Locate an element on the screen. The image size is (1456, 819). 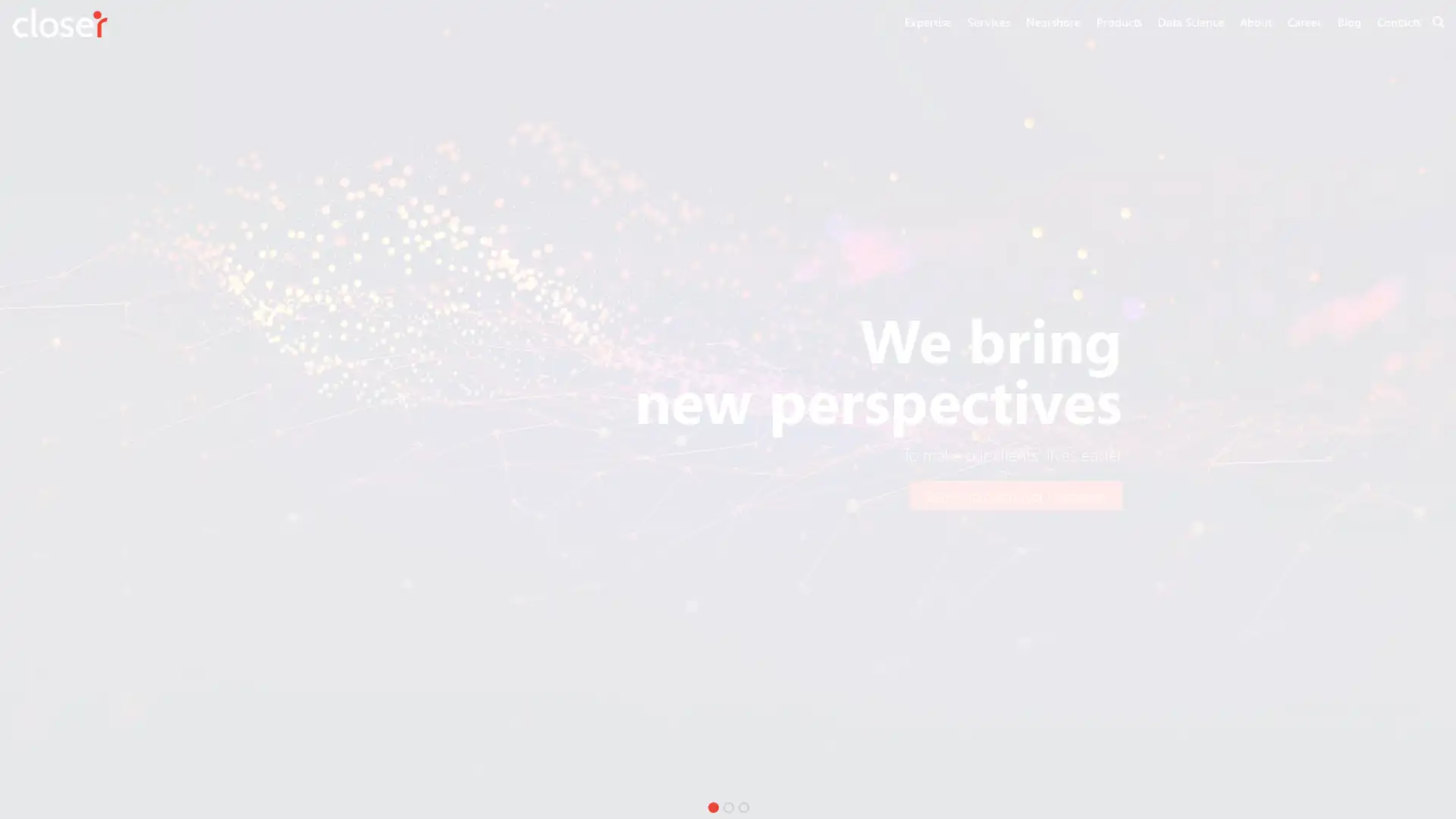
Discover our successful path is located at coordinates (720, 495).